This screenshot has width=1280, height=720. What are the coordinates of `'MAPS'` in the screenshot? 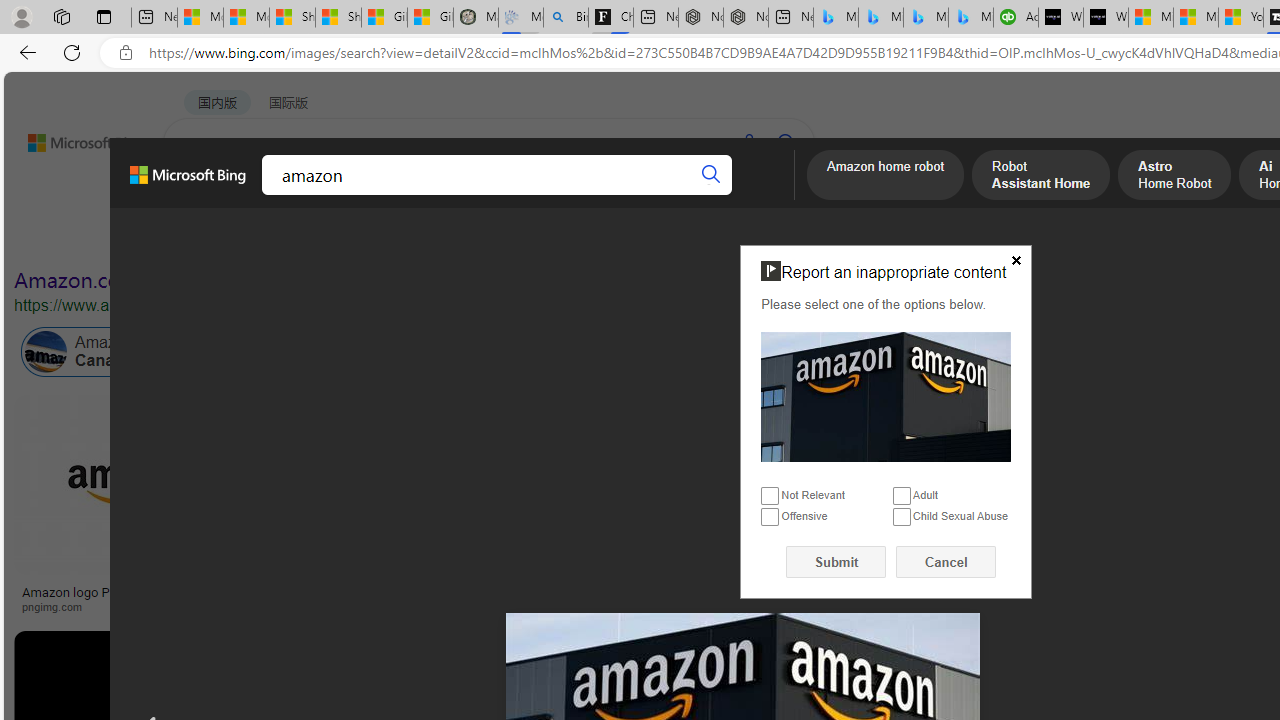 It's located at (698, 195).